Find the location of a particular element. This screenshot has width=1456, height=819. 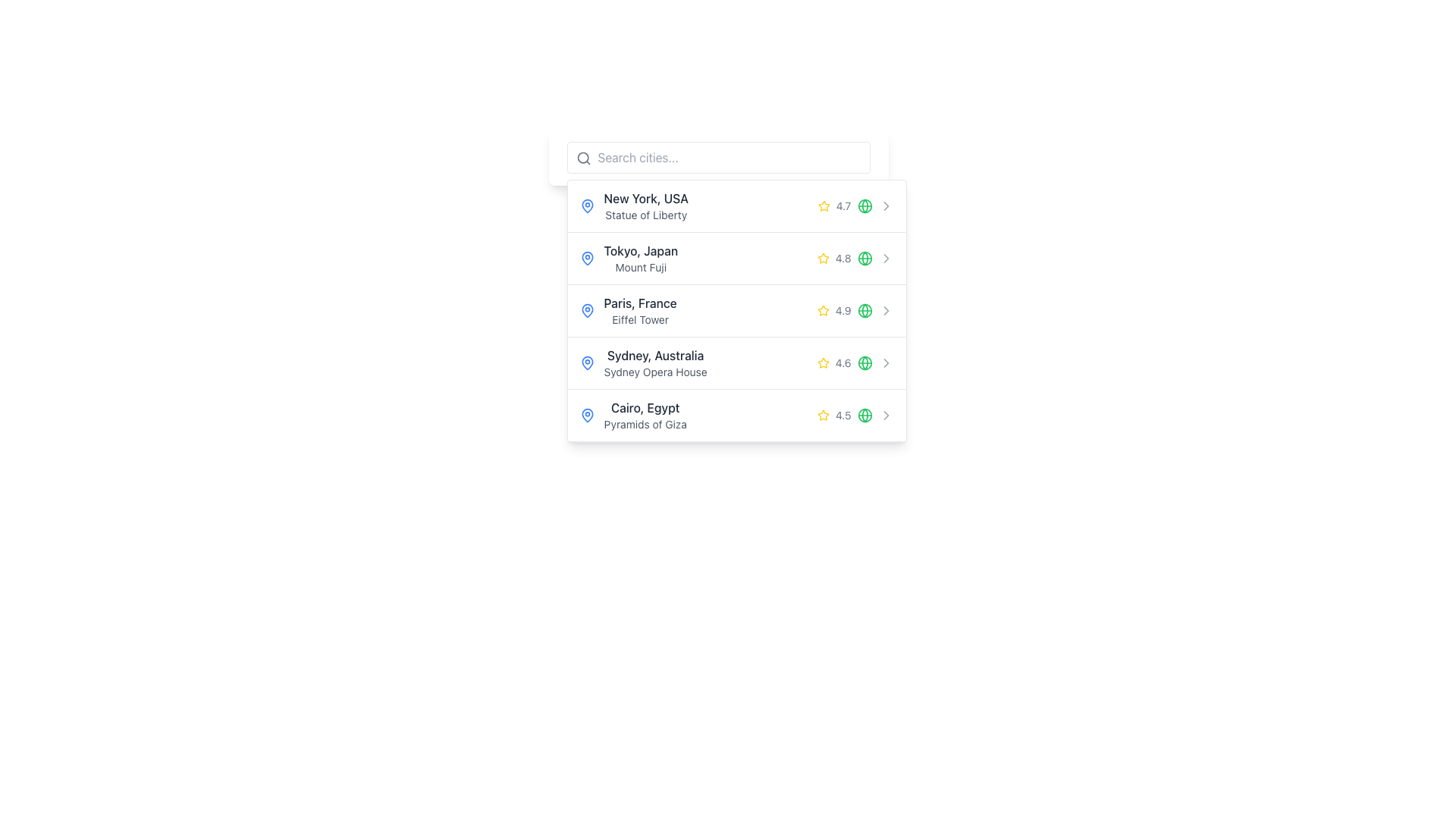

the location pin icon representing 'New York, USA Statue of Liberty' in the first list item of the search results is located at coordinates (586, 206).